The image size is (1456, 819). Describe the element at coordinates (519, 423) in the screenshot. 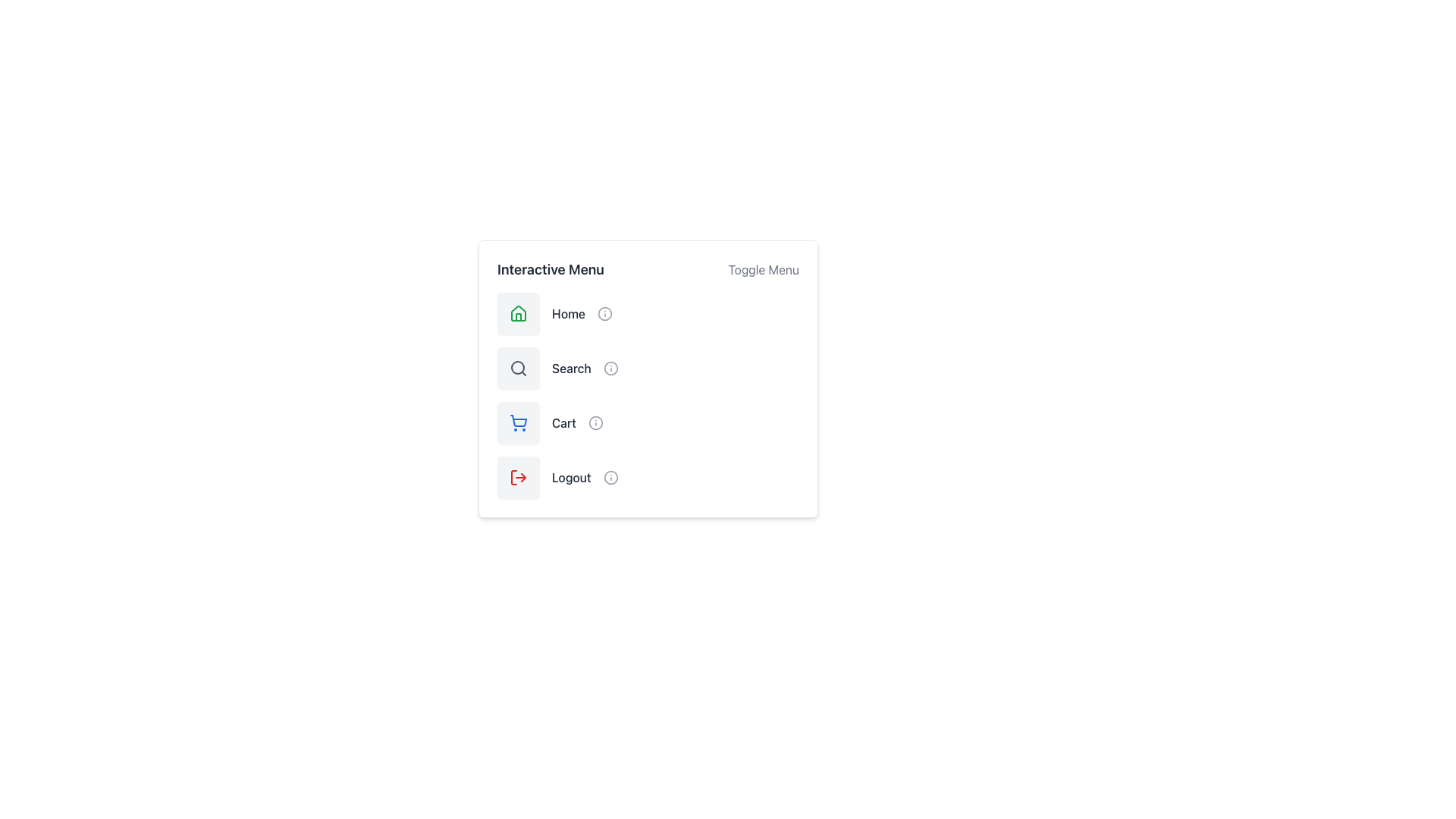

I see `the interactive menu item with a blue shopping cart icon, located in the third row of the menu, between 'Search' and 'Logout'` at that location.